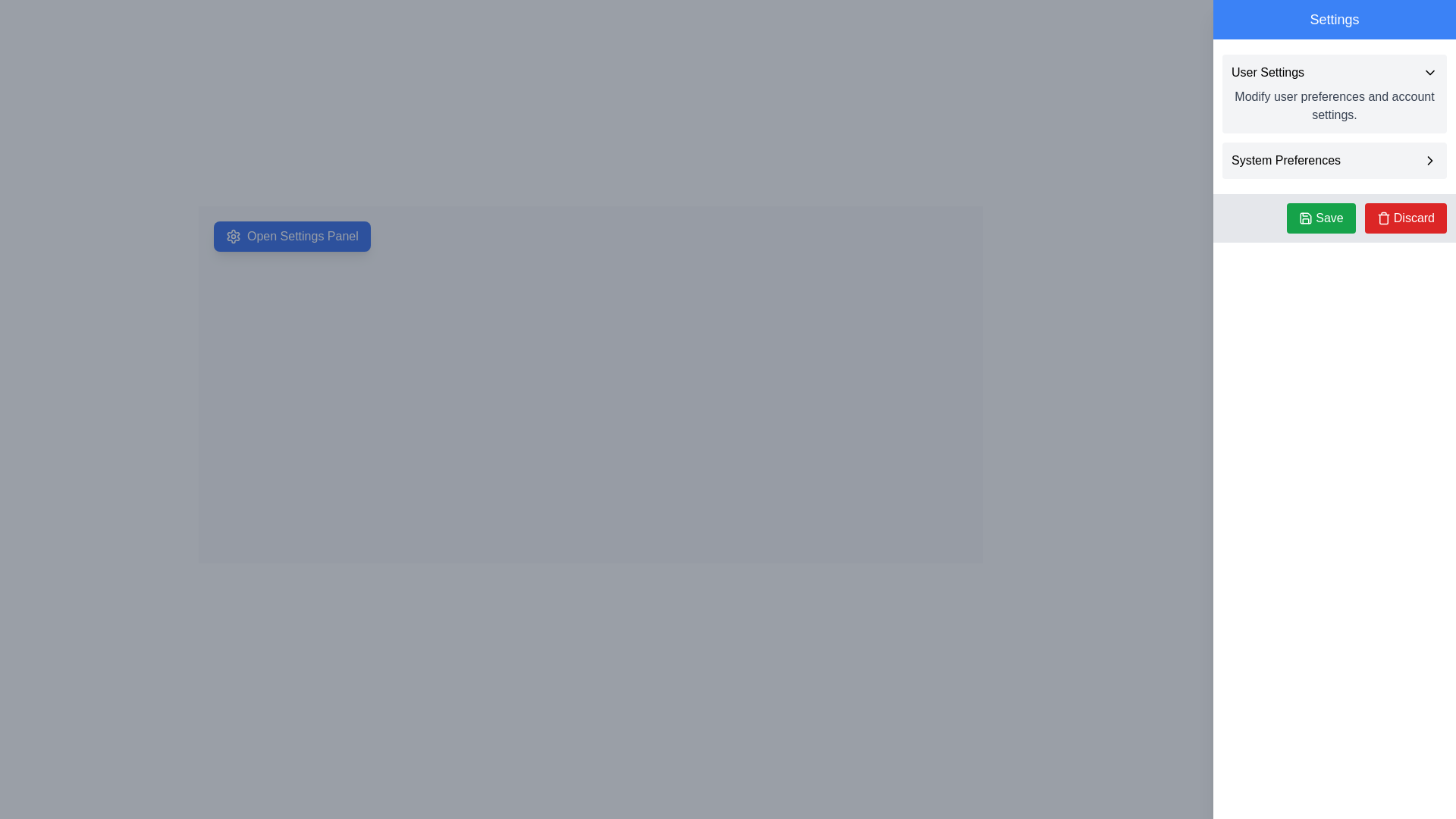 The width and height of the screenshot is (1456, 819). What do you see at coordinates (1335, 161) in the screenshot?
I see `the button located in the right panel under 'User Settings'` at bounding box center [1335, 161].